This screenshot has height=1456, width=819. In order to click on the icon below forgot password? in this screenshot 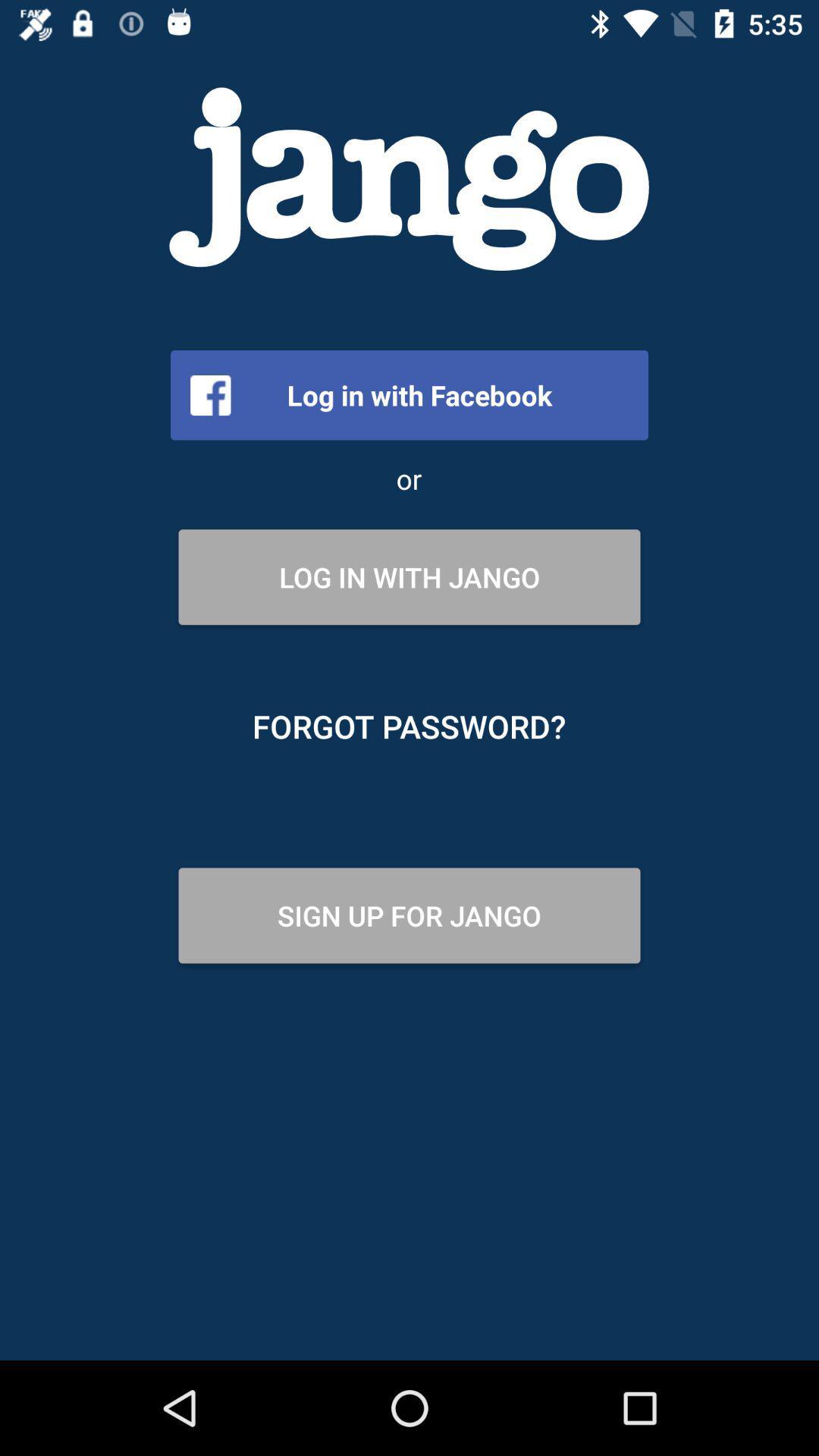, I will do `click(409, 915)`.